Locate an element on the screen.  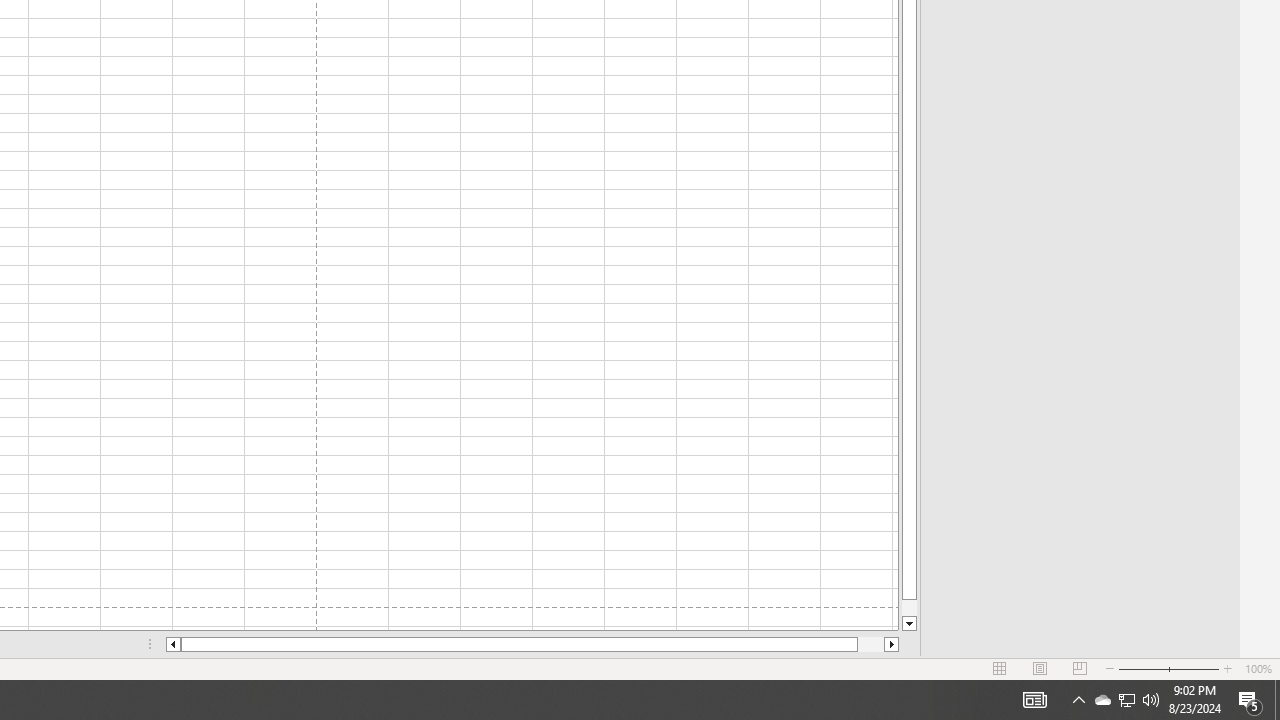
'Column left' is located at coordinates (172, 644).